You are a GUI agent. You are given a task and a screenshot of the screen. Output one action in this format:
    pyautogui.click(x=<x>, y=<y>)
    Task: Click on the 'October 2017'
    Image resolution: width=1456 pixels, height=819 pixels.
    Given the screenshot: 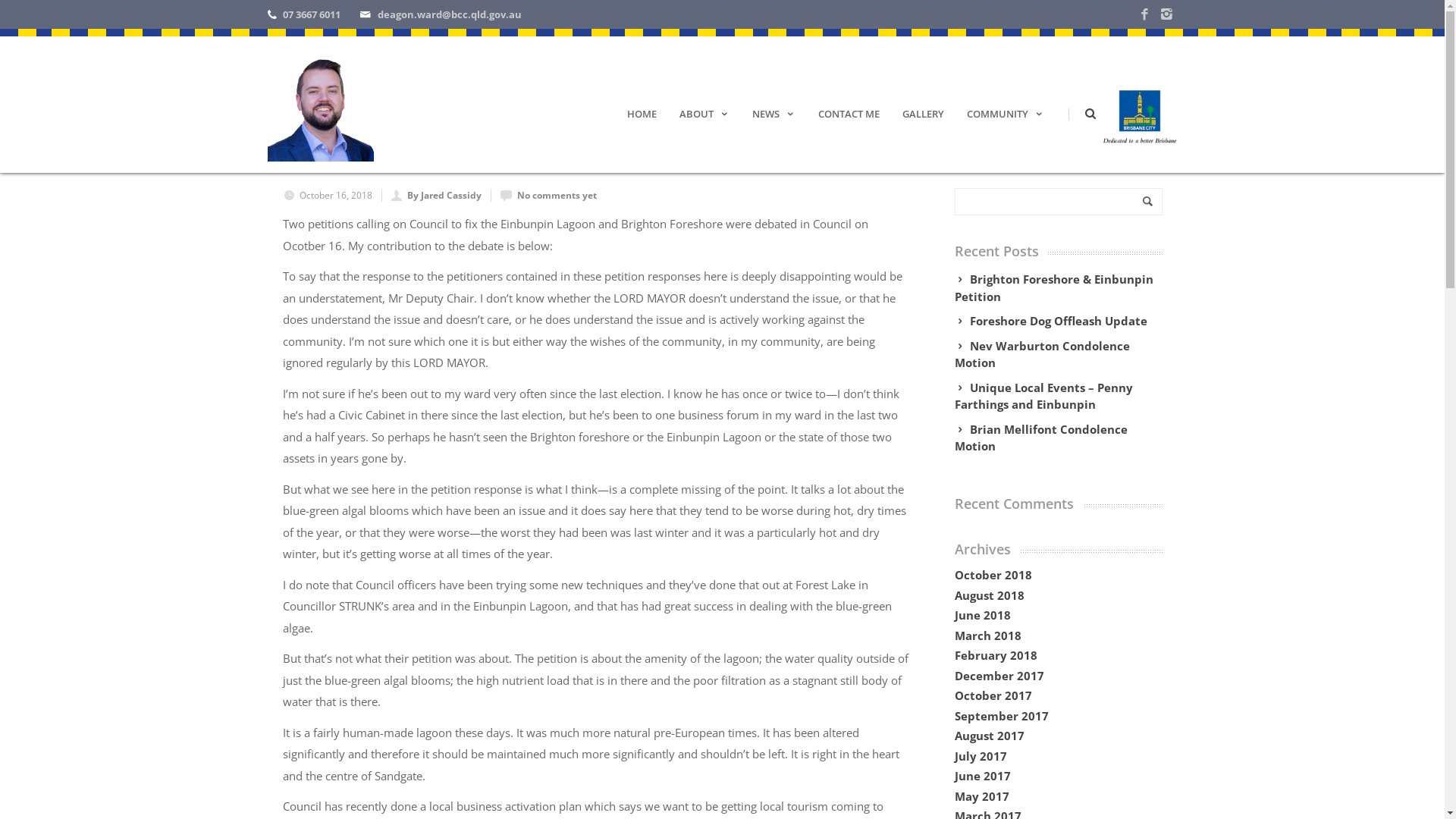 What is the action you would take?
    pyautogui.click(x=993, y=695)
    